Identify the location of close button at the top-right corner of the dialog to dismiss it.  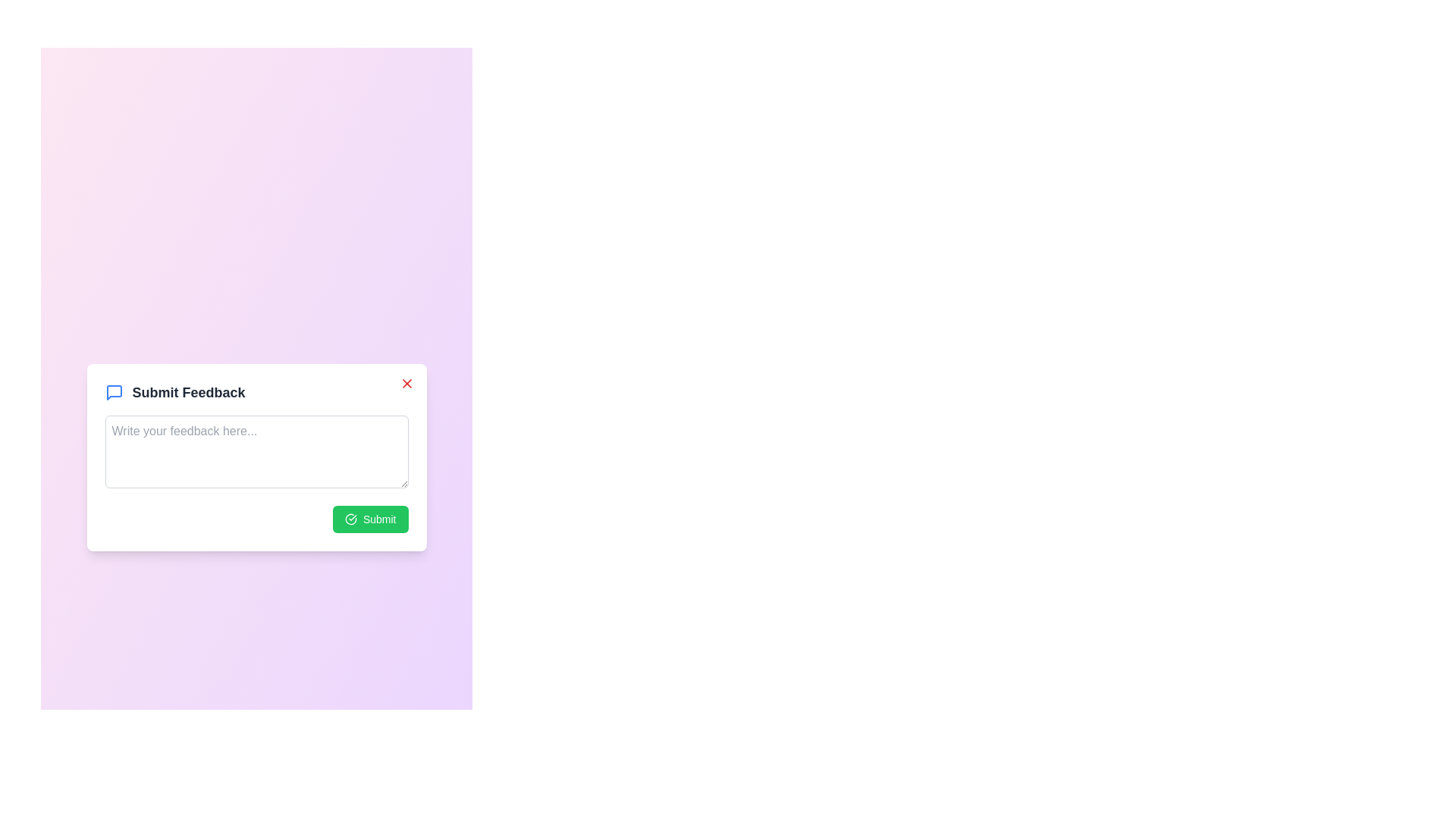
(406, 382).